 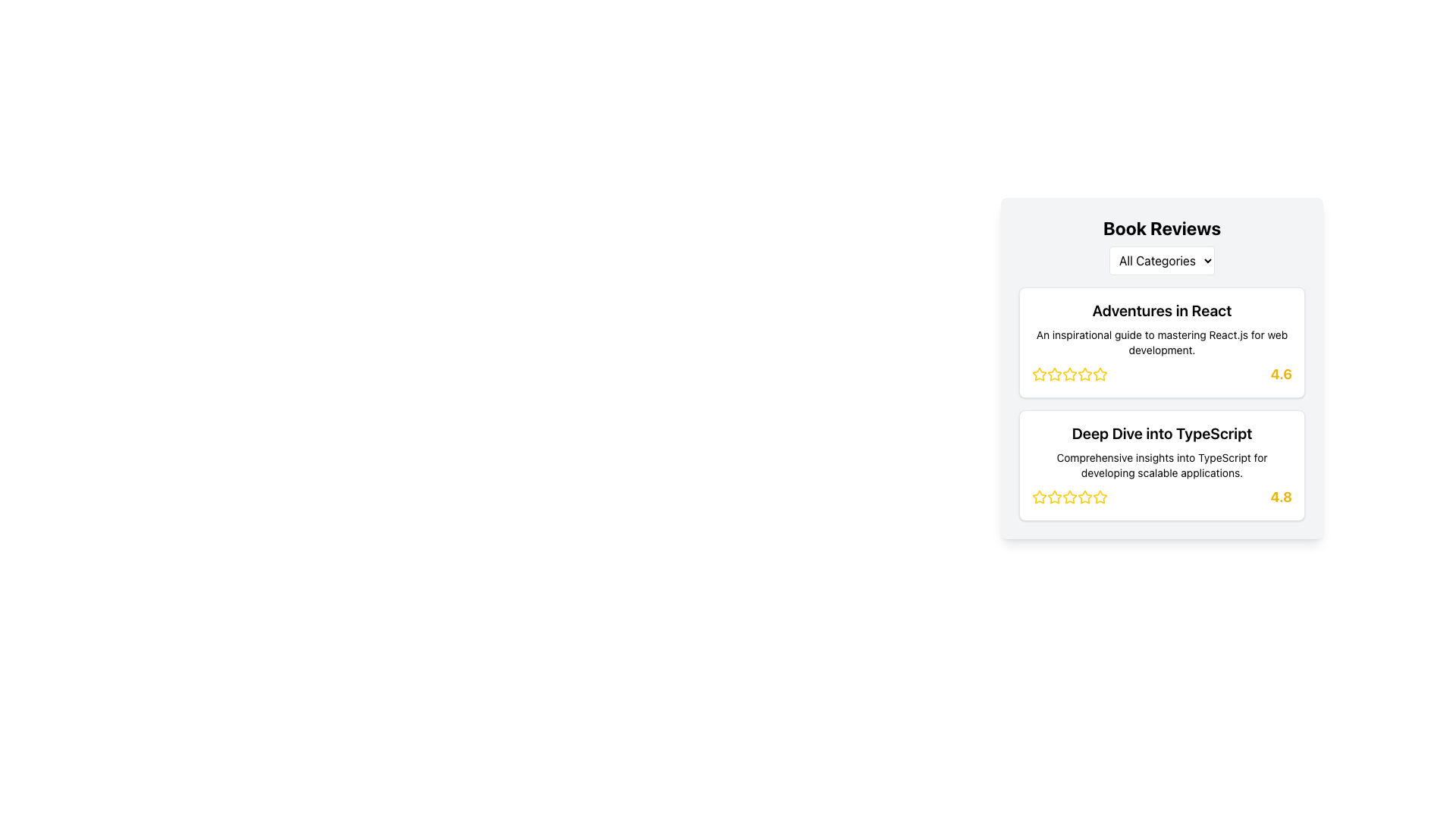 I want to click on the first star rating icon, which is a star shape with a yellow outline and a white fill, located below the text 'Deep Dive into TypeScript', so click(x=1069, y=497).